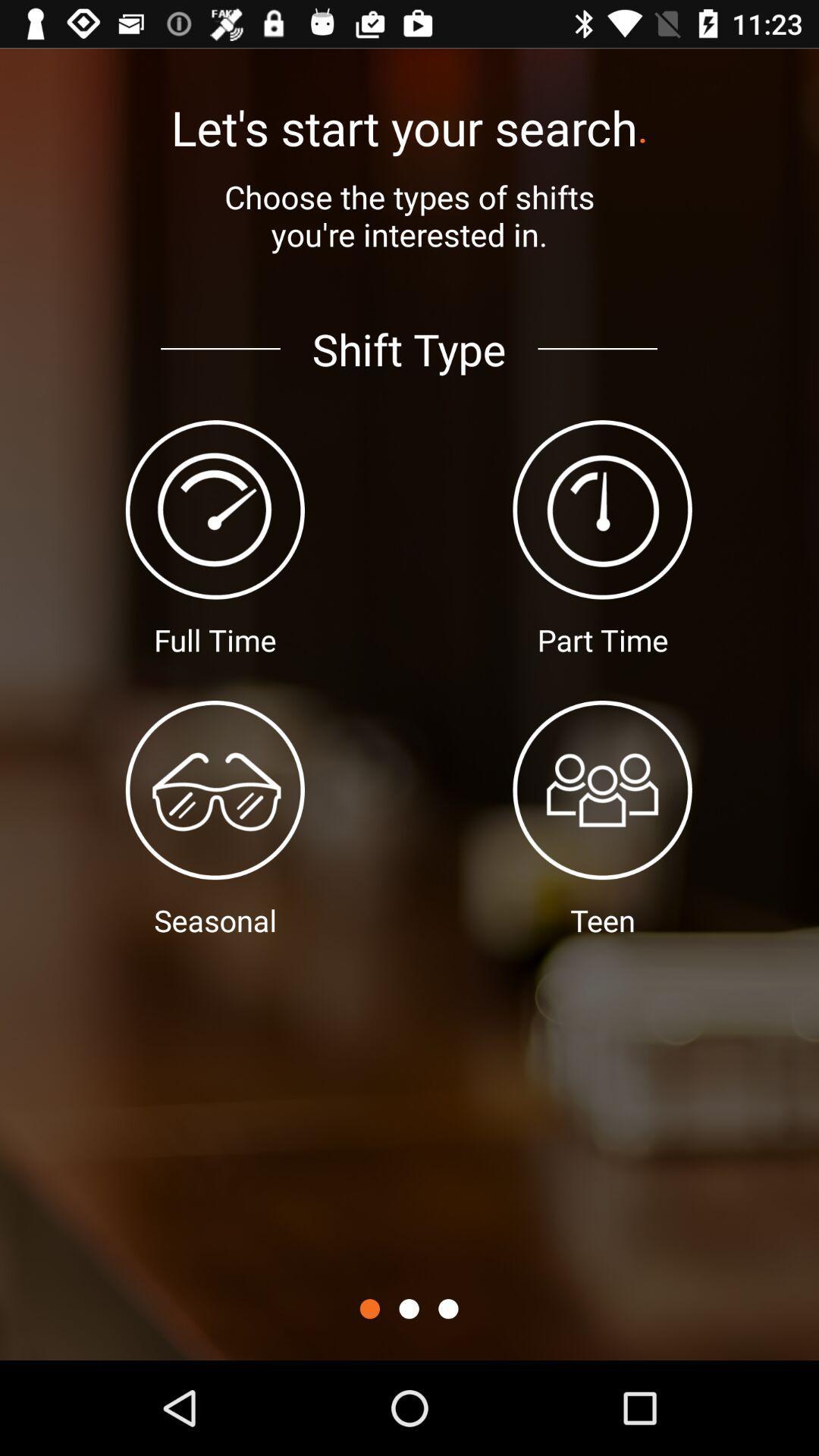 The width and height of the screenshot is (819, 1456). What do you see at coordinates (369, 1308) in the screenshot?
I see `first page` at bounding box center [369, 1308].